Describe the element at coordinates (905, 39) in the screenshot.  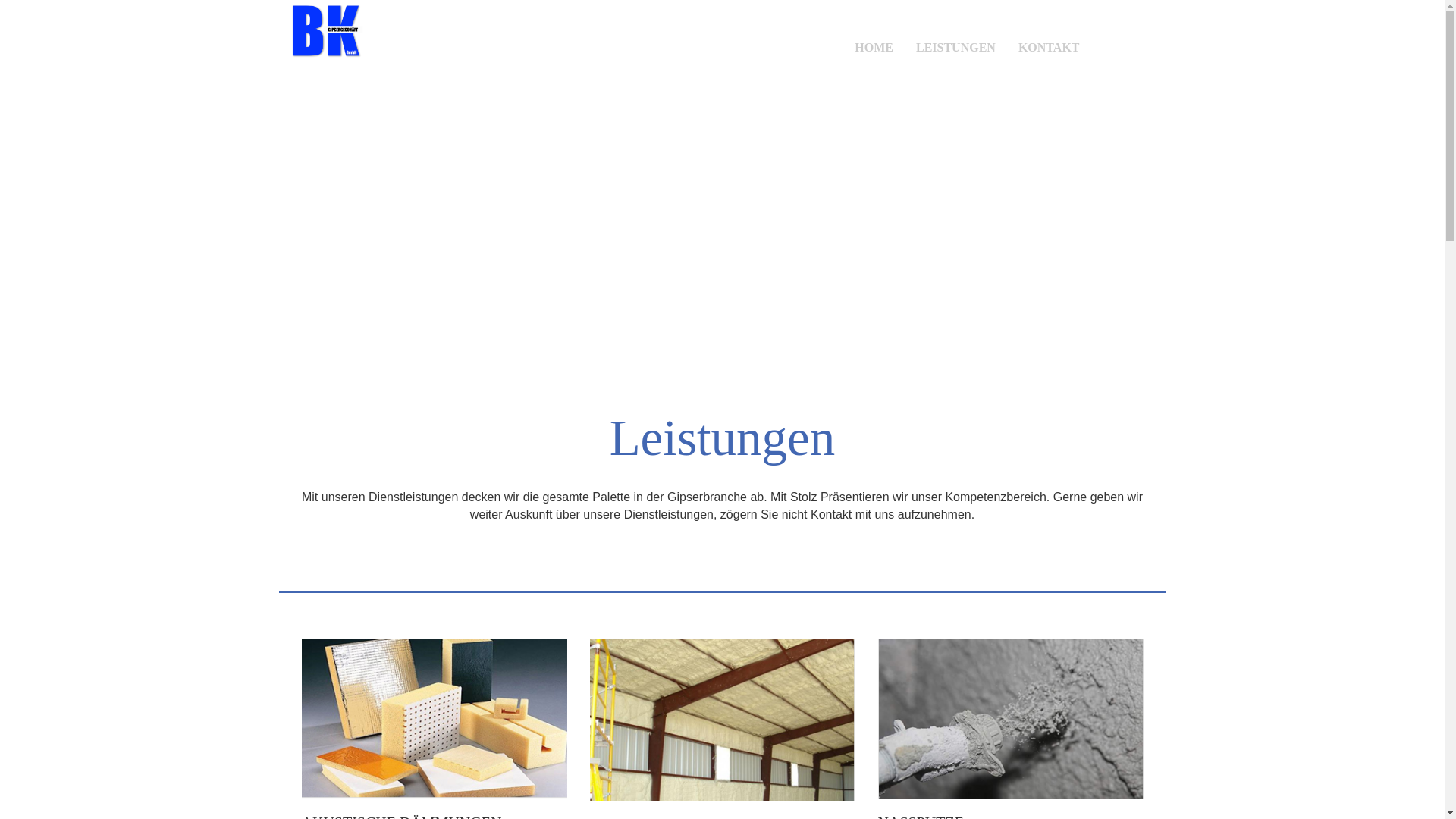
I see `'LEISTUNGEN'` at that location.